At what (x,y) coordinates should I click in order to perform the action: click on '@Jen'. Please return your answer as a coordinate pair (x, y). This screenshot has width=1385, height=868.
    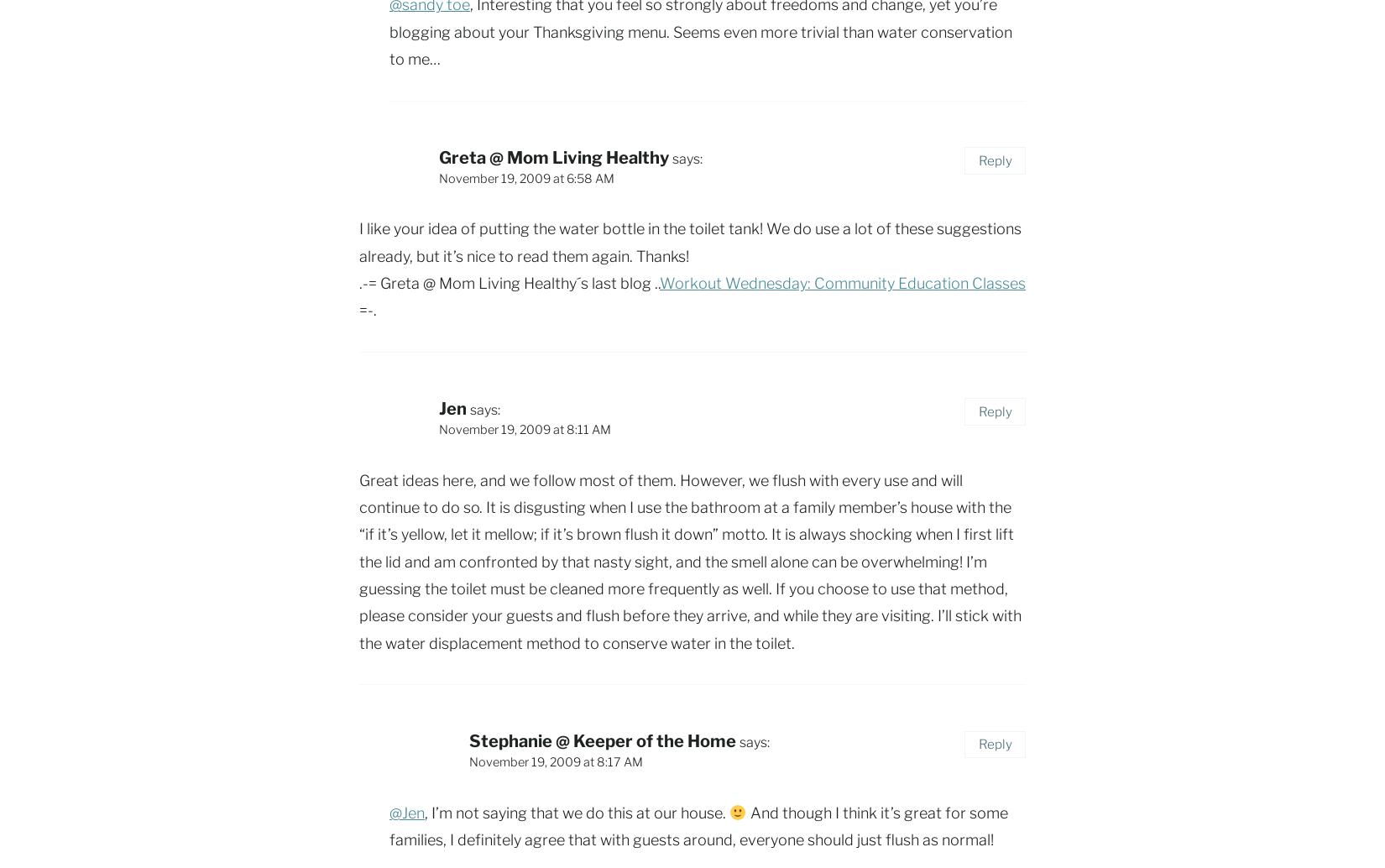
    Looking at the image, I should click on (388, 811).